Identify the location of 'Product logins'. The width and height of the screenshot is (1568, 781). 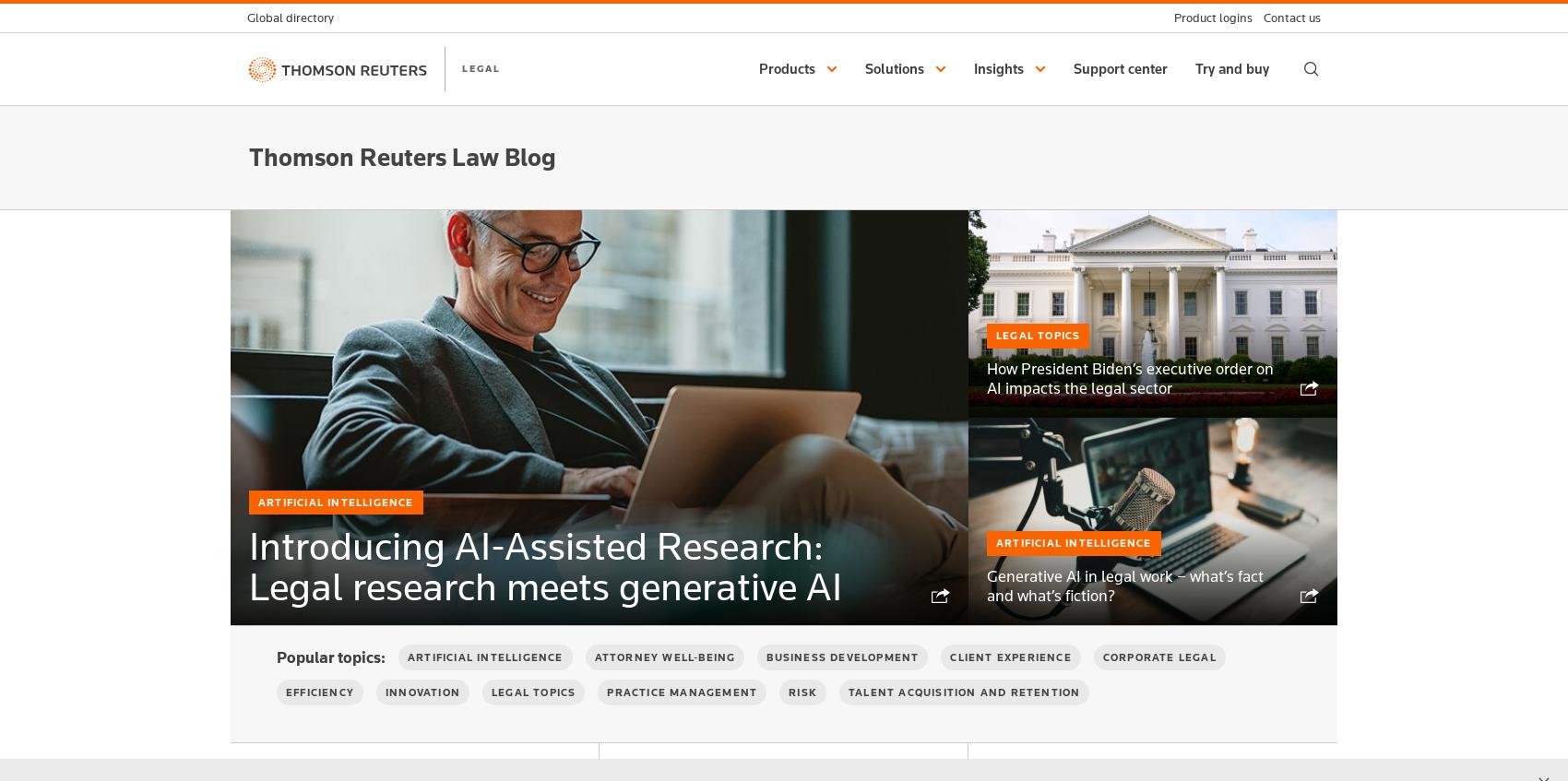
(1213, 17).